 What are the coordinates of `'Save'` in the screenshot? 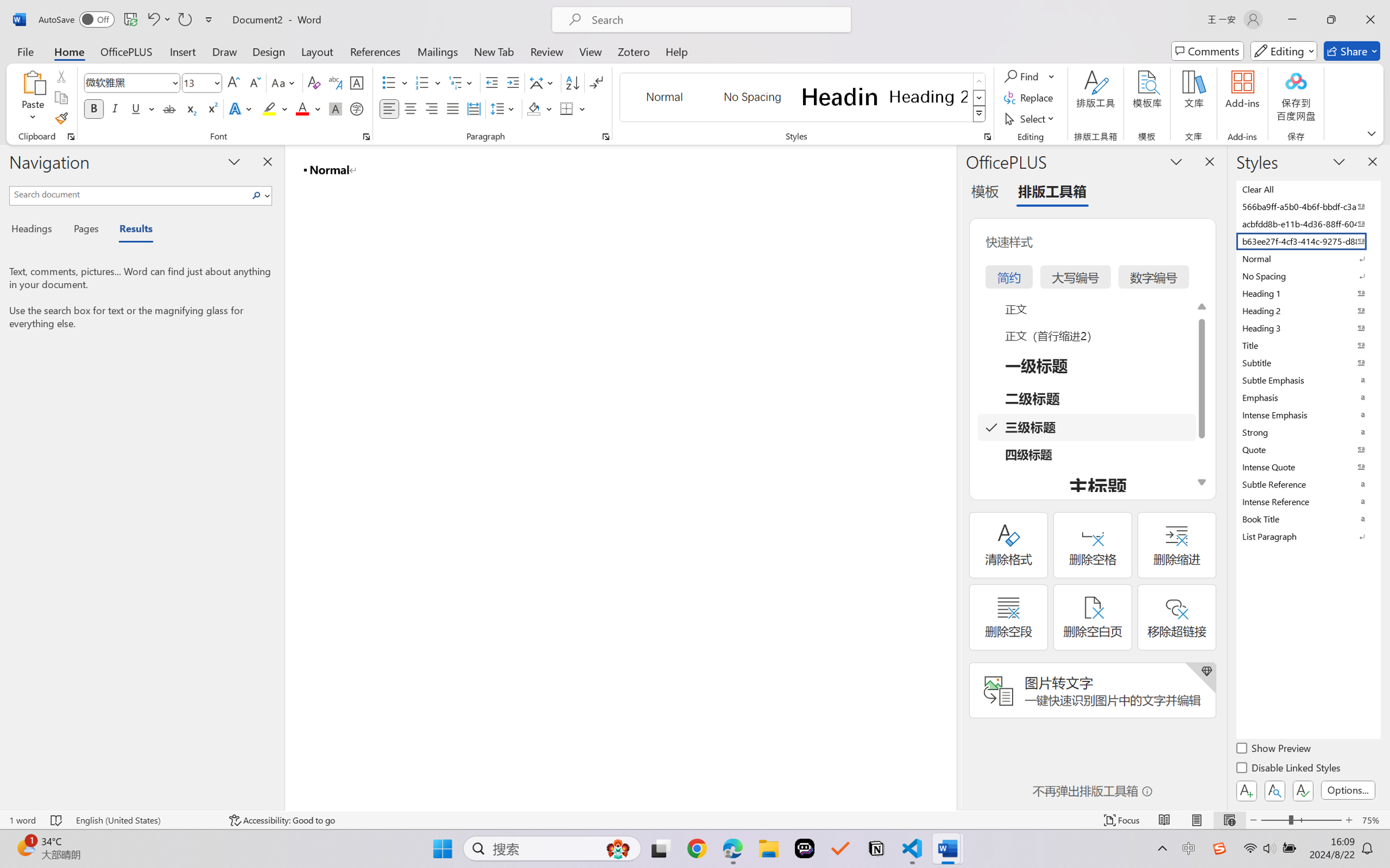 It's located at (130, 19).